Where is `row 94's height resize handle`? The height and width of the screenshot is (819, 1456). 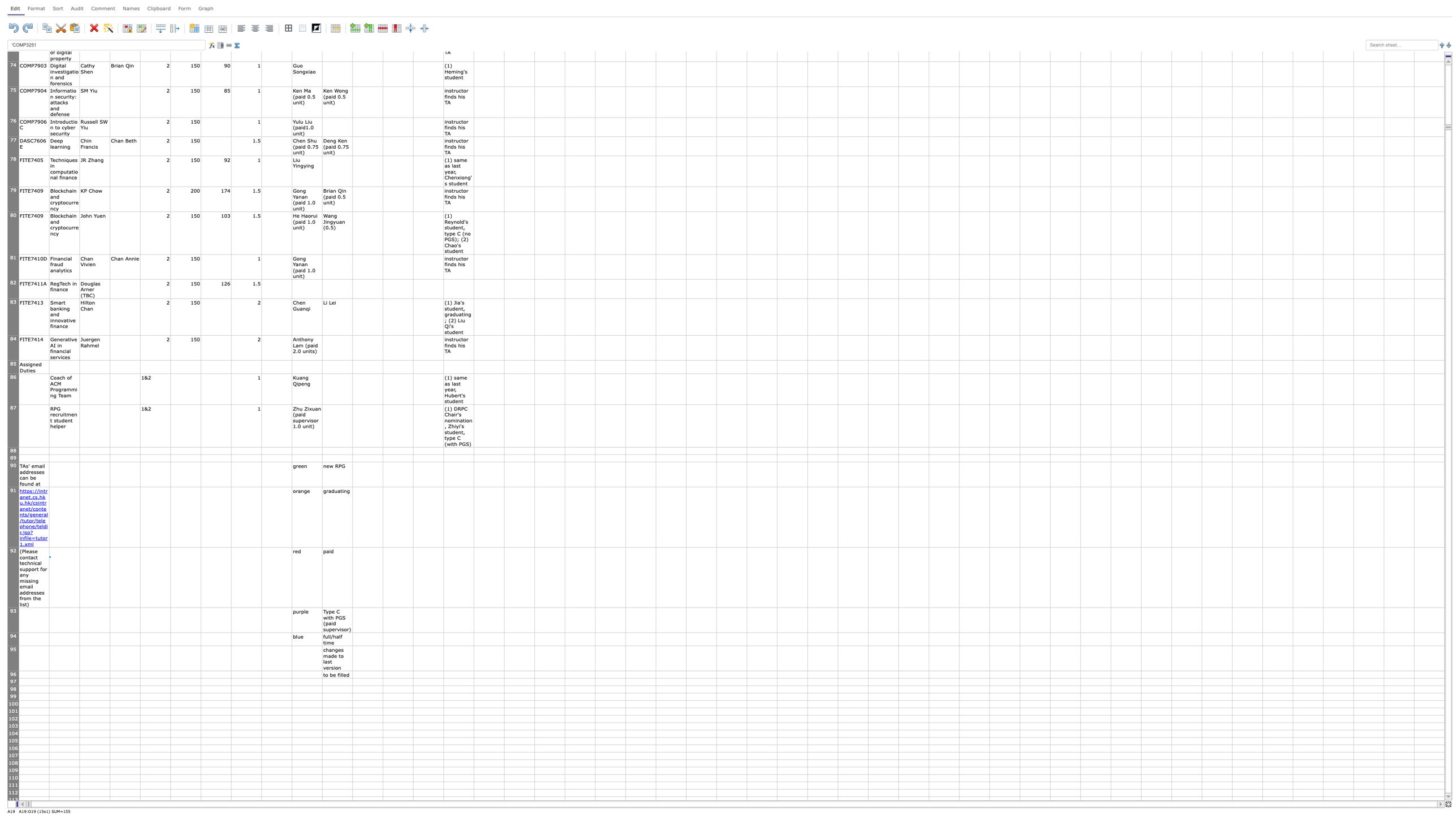 row 94's height resize handle is located at coordinates (13, 645).